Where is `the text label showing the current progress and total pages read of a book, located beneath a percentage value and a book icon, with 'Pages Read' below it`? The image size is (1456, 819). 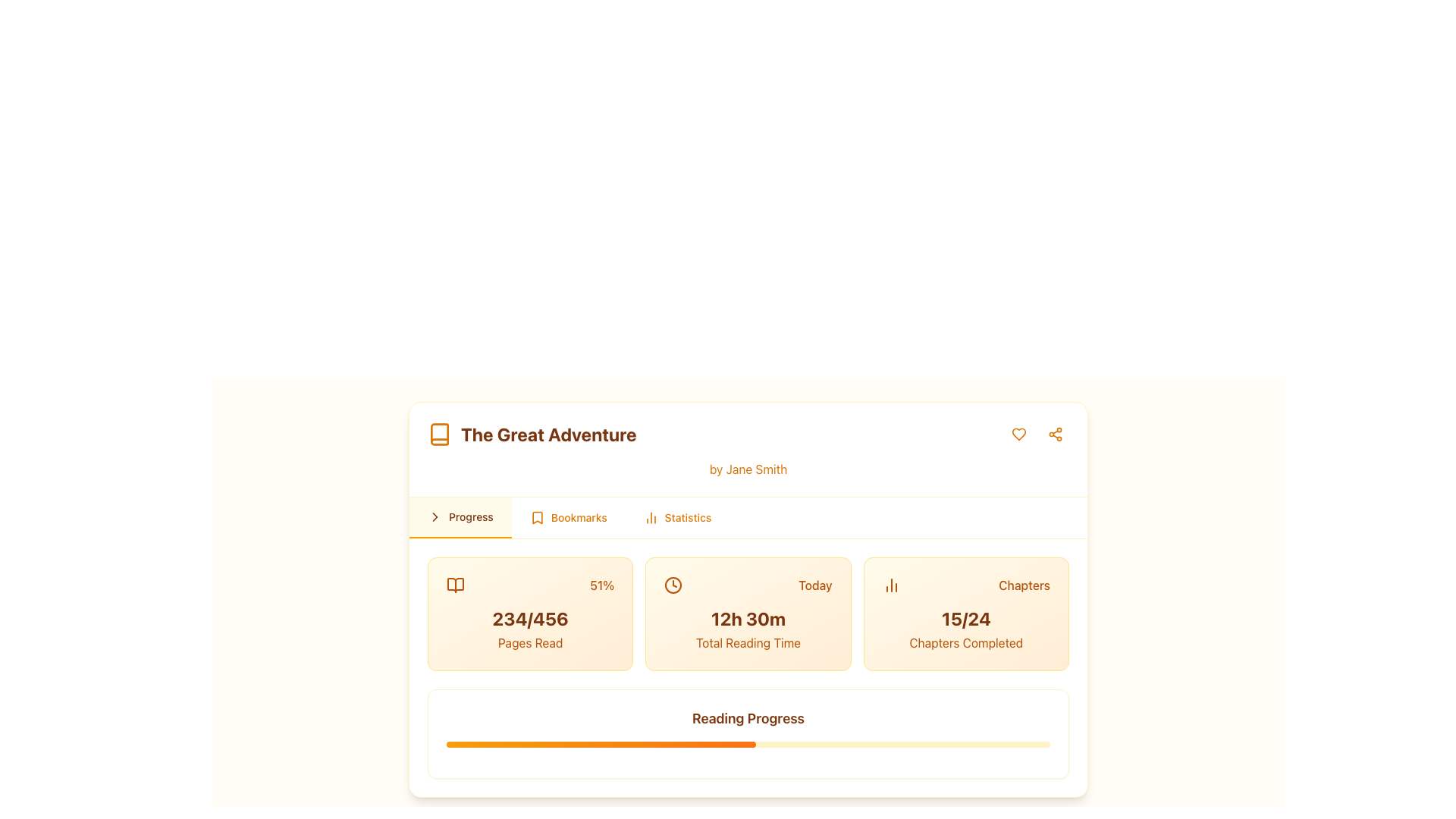 the text label showing the current progress and total pages read of a book, located beneath a percentage value and a book icon, with 'Pages Read' below it is located at coordinates (530, 619).